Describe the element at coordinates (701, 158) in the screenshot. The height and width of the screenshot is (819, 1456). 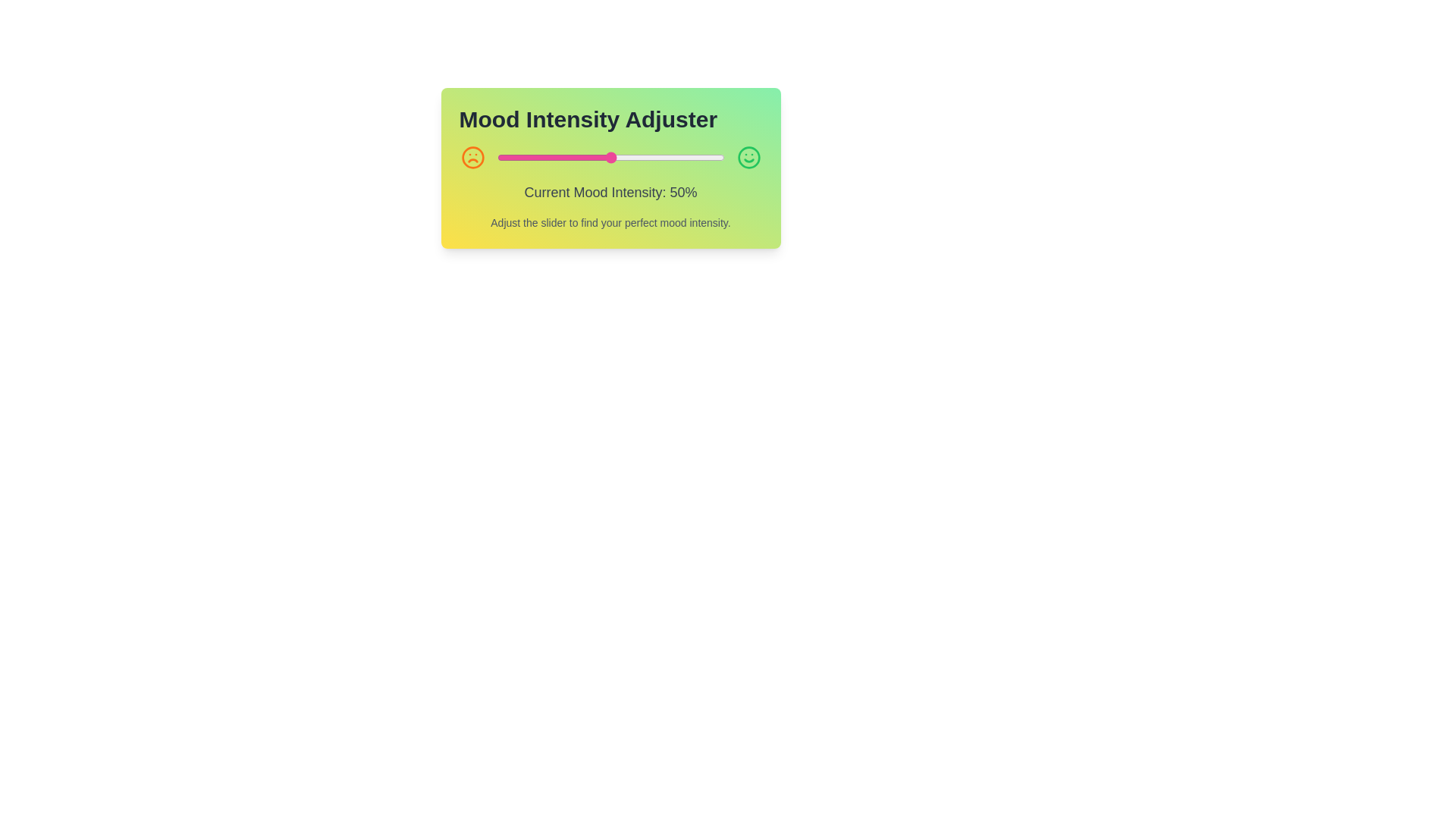
I see `the mood intensity slider to 90% by dragging the slider handle` at that location.